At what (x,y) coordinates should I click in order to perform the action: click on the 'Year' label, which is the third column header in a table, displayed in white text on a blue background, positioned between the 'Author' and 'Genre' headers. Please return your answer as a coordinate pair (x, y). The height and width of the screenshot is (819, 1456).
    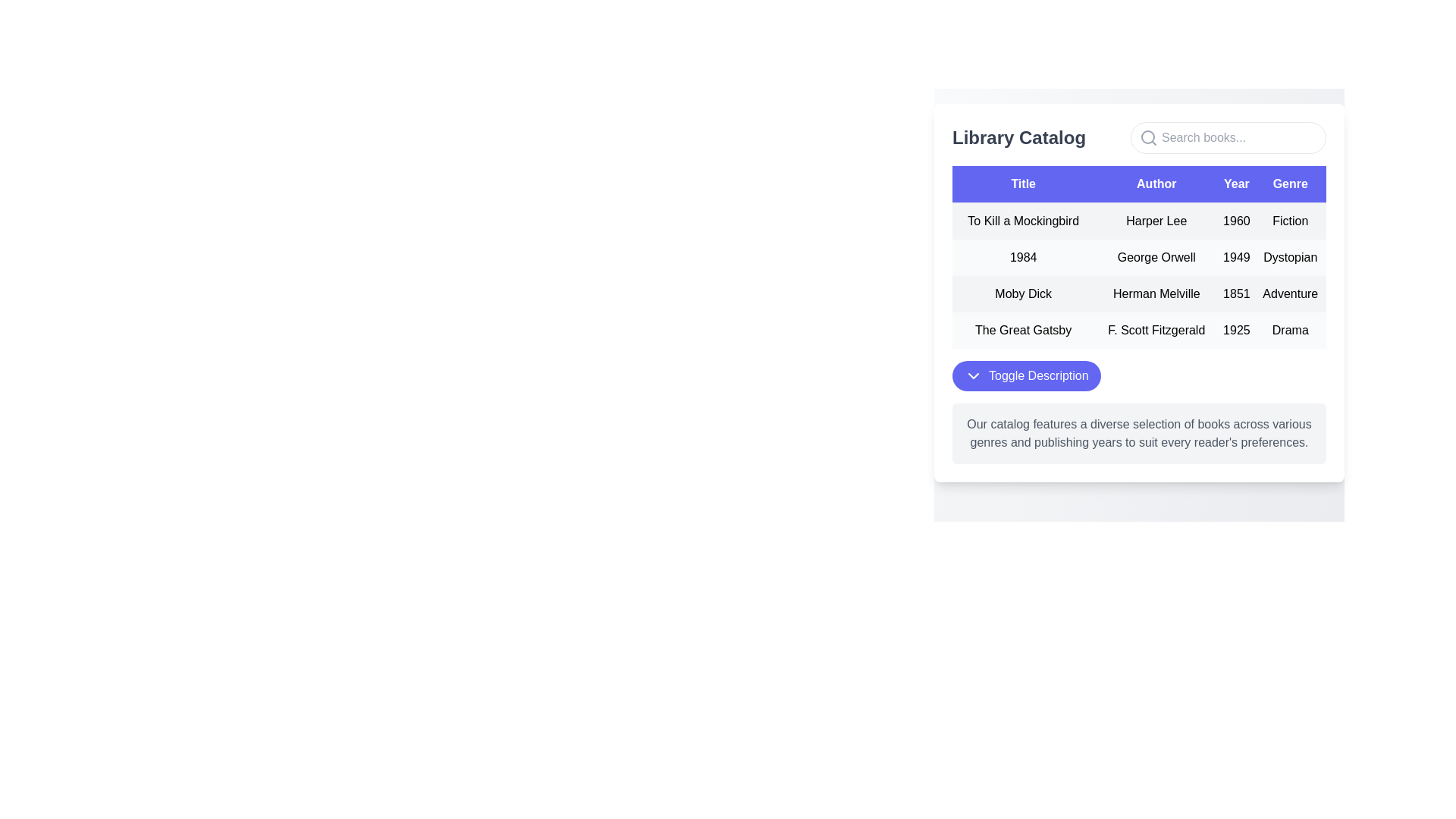
    Looking at the image, I should click on (1236, 184).